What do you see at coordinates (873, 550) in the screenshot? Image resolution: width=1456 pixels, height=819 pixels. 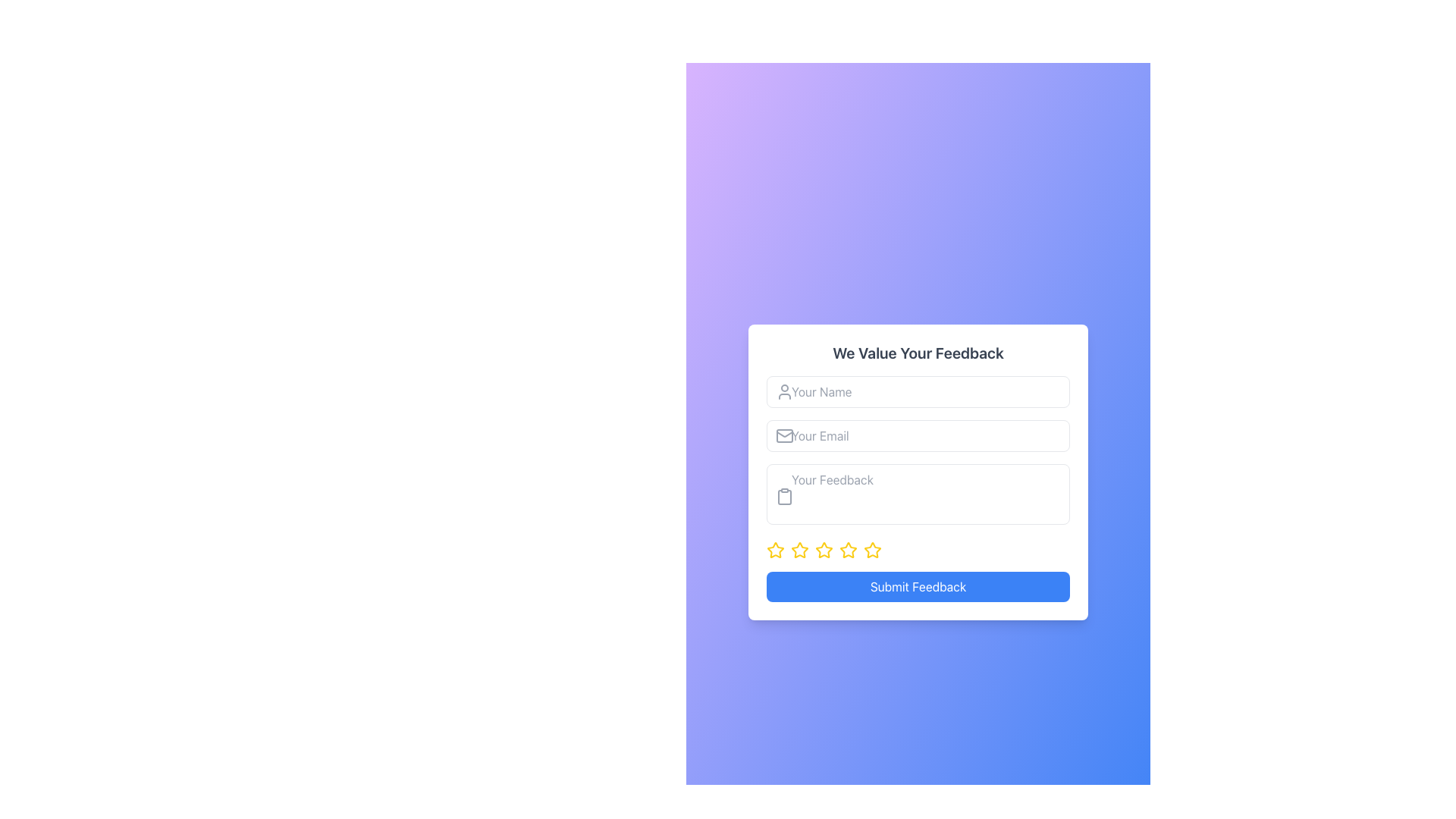 I see `the seventh star icon to set a rating in the feedback mechanism` at bounding box center [873, 550].